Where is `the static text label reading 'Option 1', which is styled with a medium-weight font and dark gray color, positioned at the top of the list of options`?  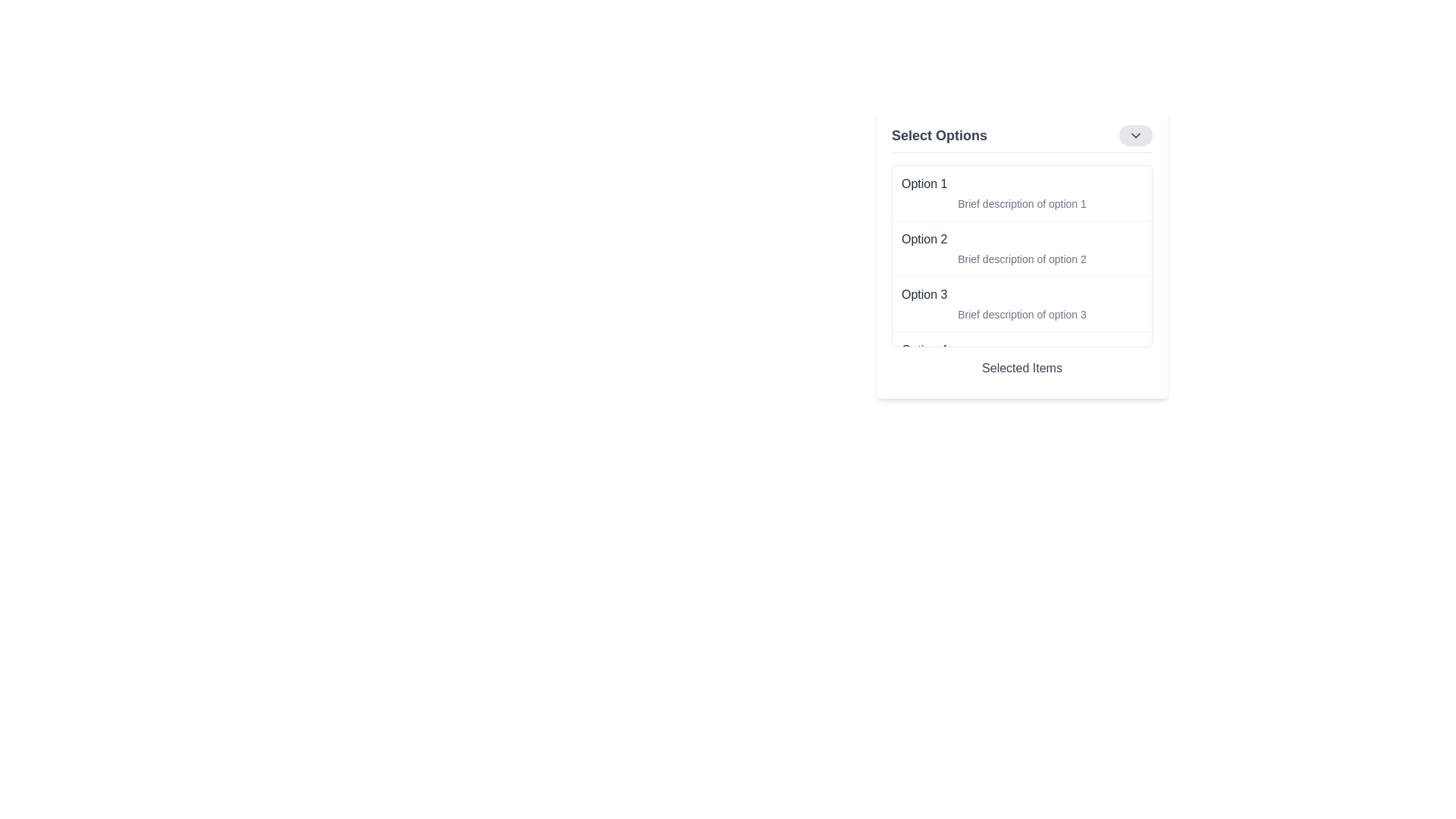
the static text label reading 'Option 1', which is styled with a medium-weight font and dark gray color, positioned at the top of the list of options is located at coordinates (924, 184).